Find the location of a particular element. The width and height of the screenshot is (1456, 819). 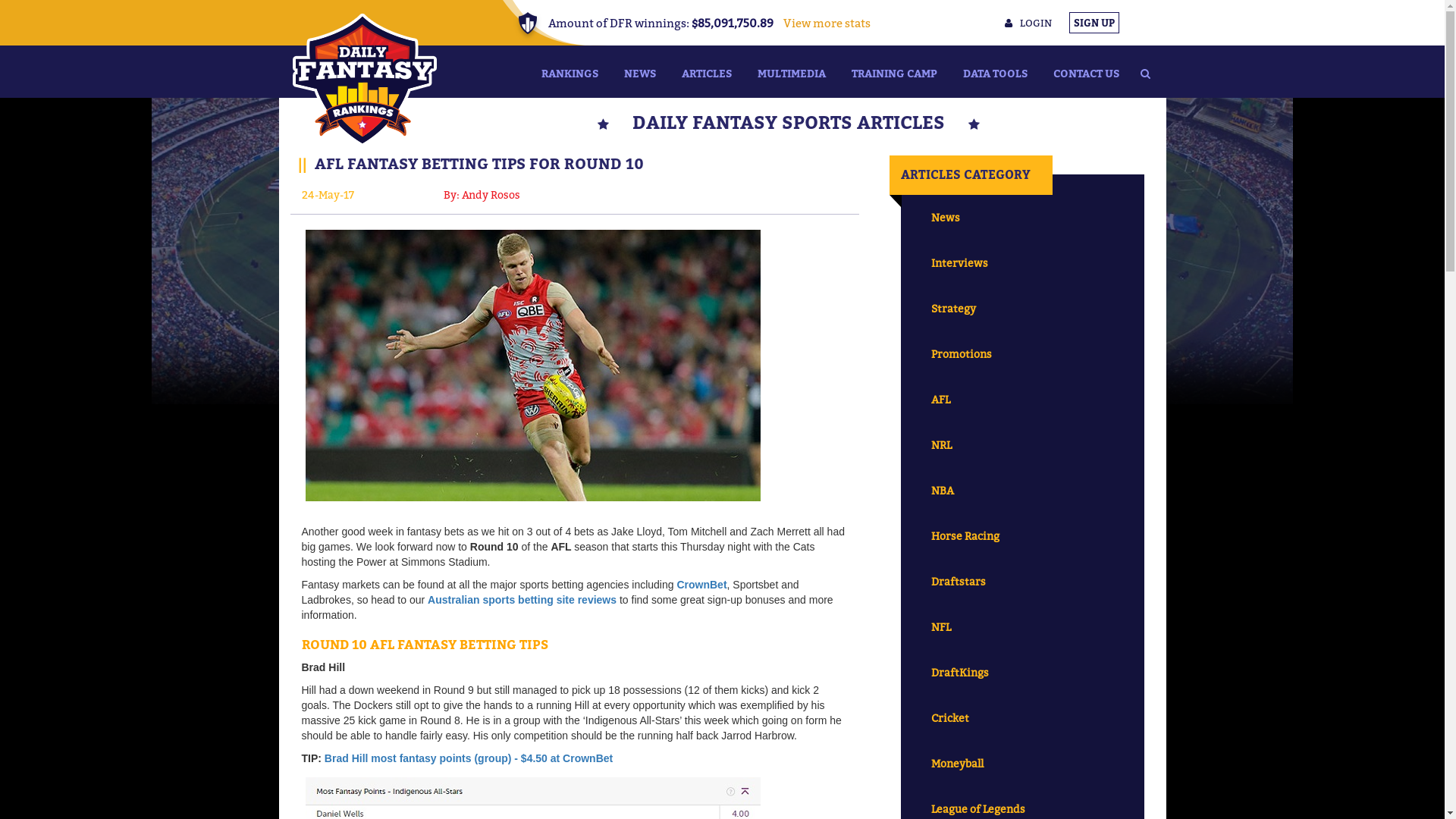

'NFL' is located at coordinates (1022, 626).